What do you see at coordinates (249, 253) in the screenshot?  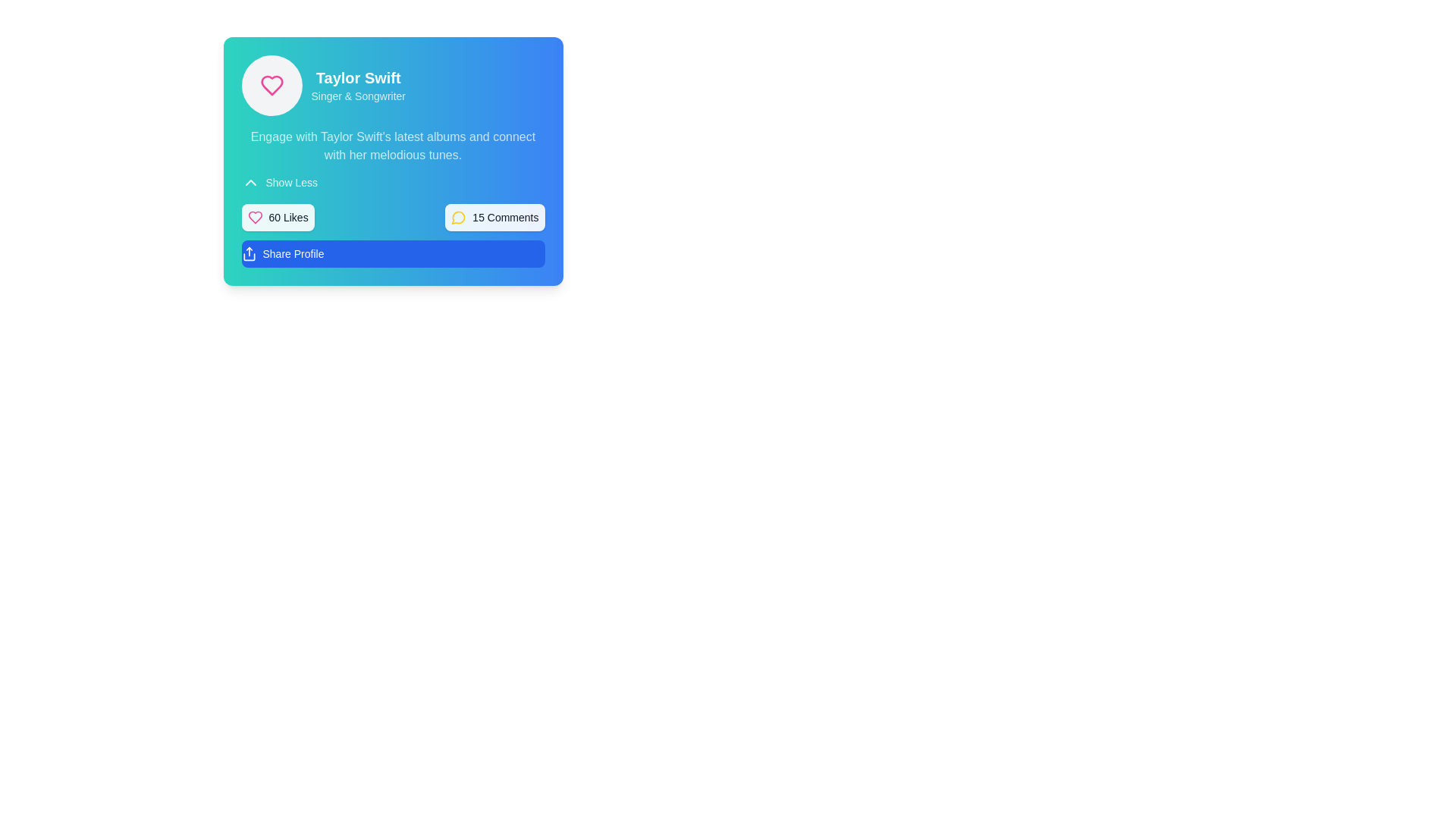 I see `the share icon element, which is a white share symbol outlined in blue, located to the left of the 'Share Profile' text on a blue button at the bottom of the card interface` at bounding box center [249, 253].